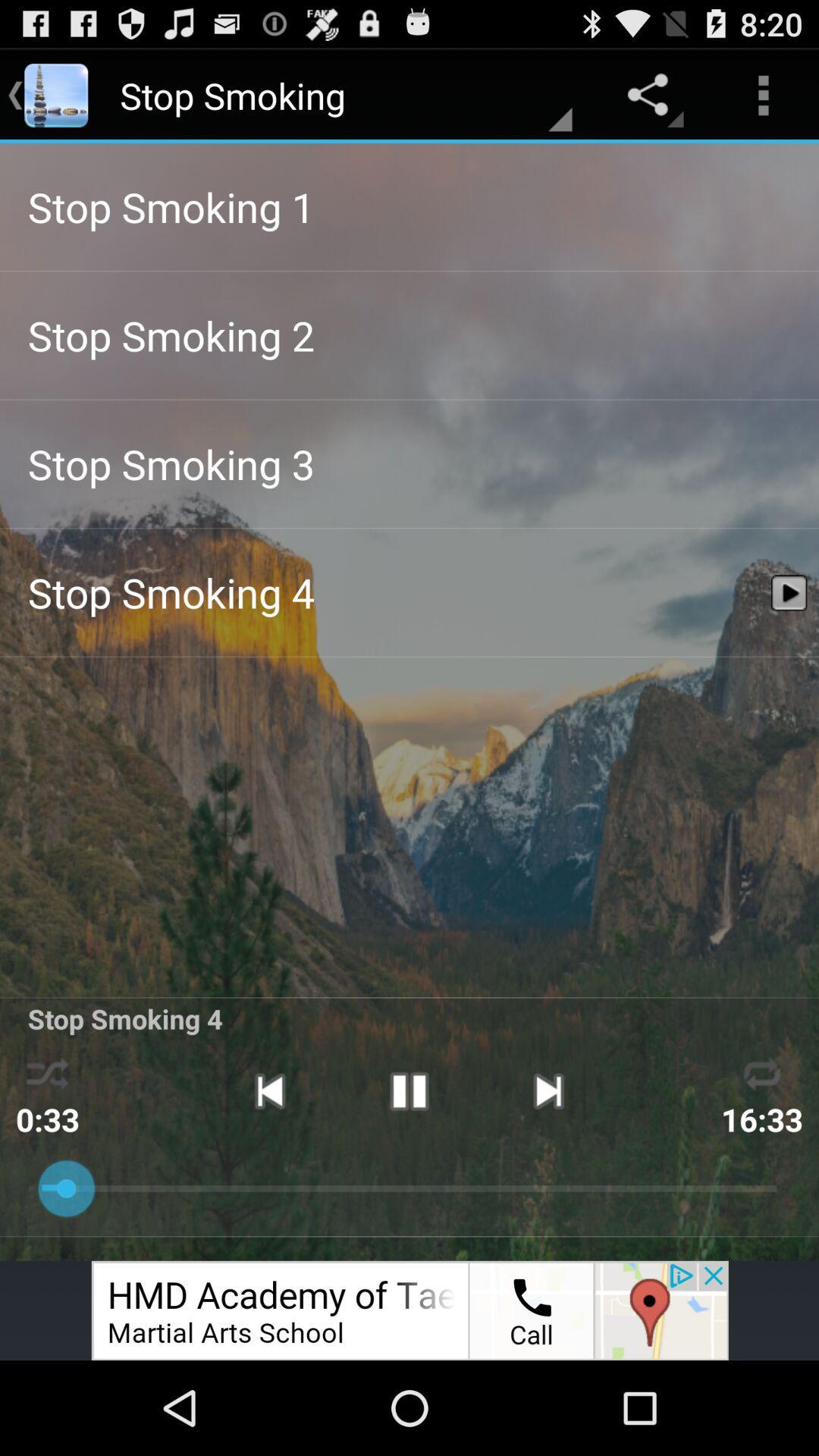 The image size is (819, 1456). I want to click on advertisement, so click(409, 1310).